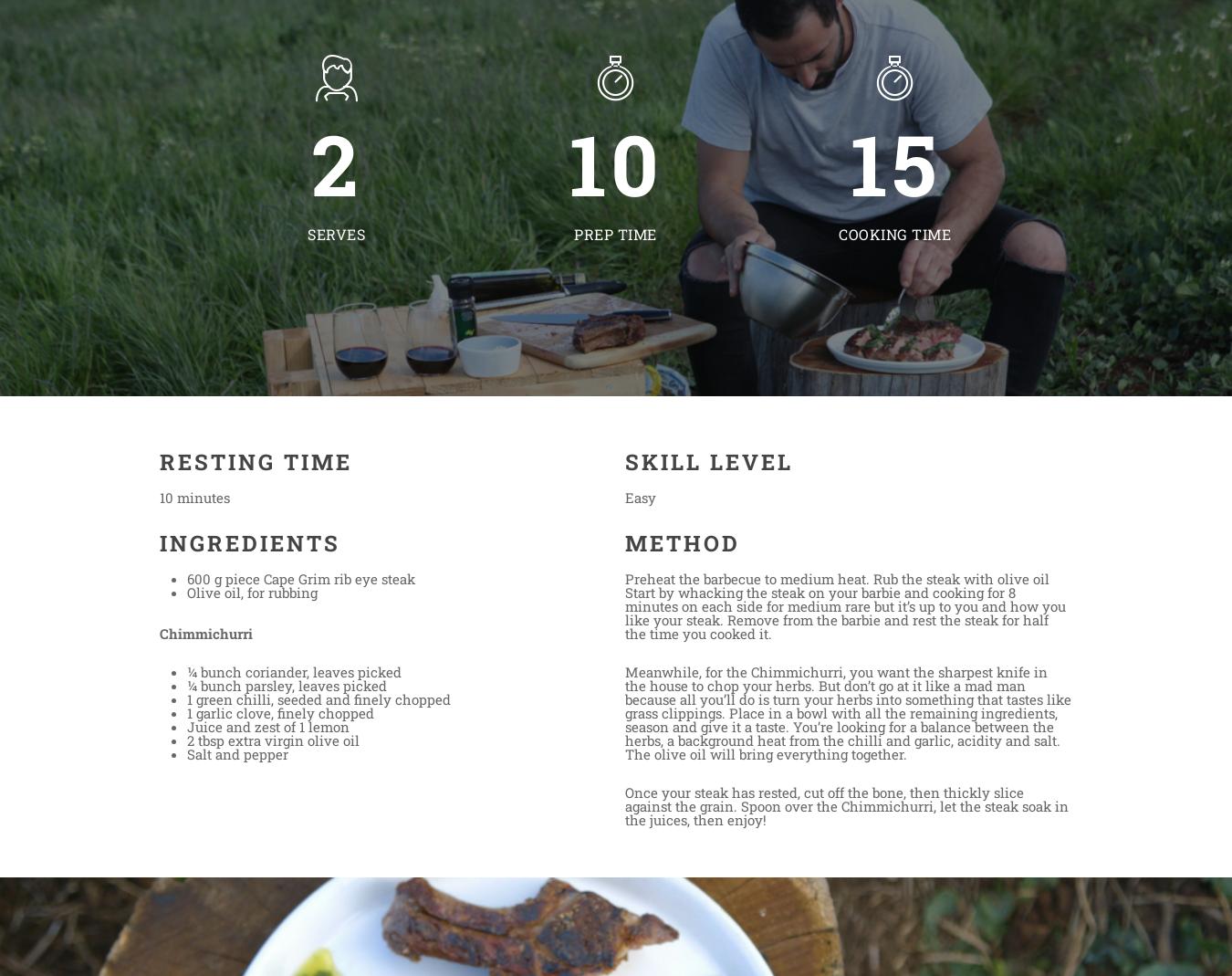  What do you see at coordinates (279, 713) in the screenshot?
I see `'1 garlic clove, finely chopped'` at bounding box center [279, 713].